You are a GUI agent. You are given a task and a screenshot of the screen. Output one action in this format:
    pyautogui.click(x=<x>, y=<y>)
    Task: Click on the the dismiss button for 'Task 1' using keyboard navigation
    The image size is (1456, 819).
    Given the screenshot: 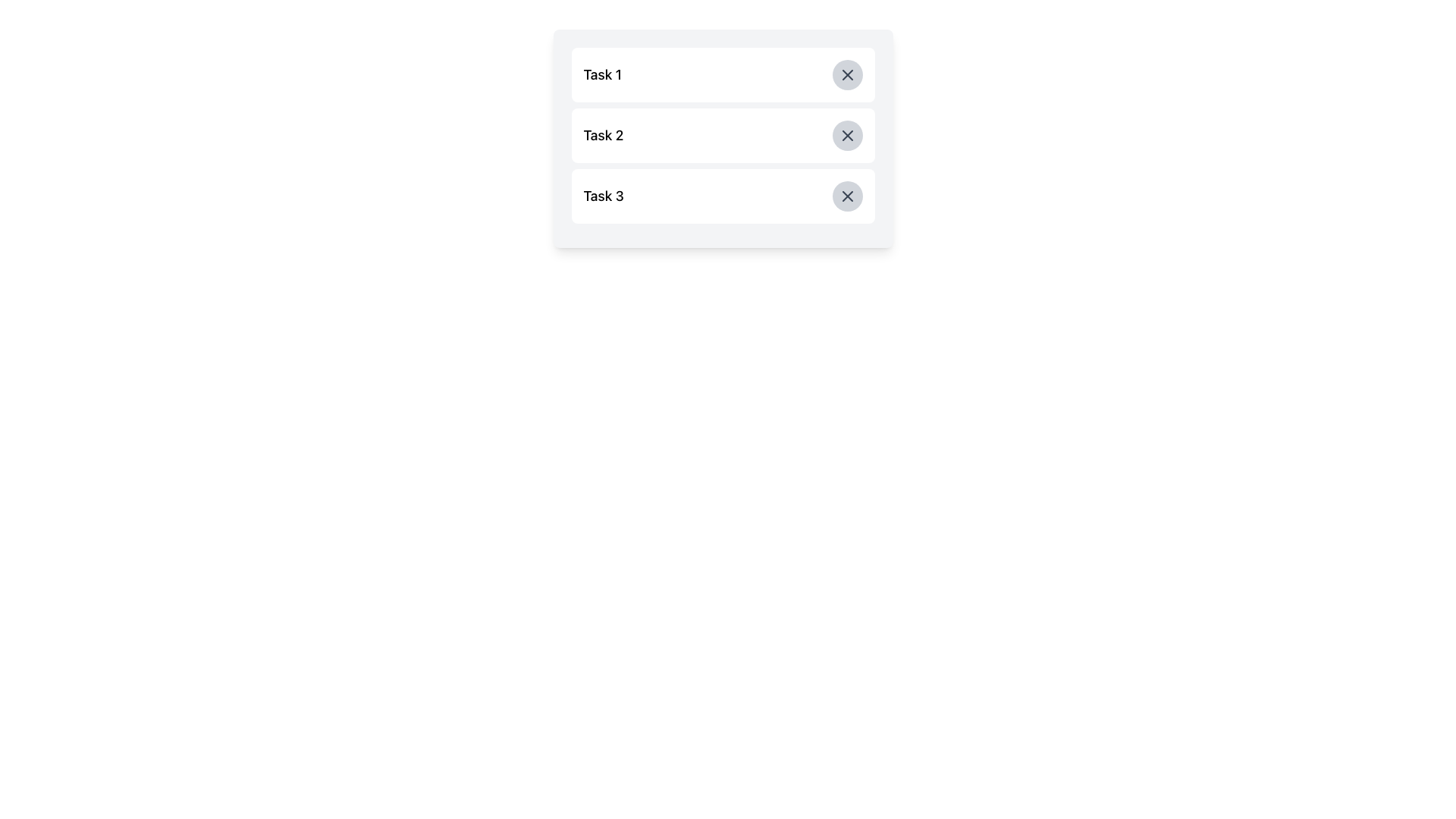 What is the action you would take?
    pyautogui.click(x=846, y=75)
    